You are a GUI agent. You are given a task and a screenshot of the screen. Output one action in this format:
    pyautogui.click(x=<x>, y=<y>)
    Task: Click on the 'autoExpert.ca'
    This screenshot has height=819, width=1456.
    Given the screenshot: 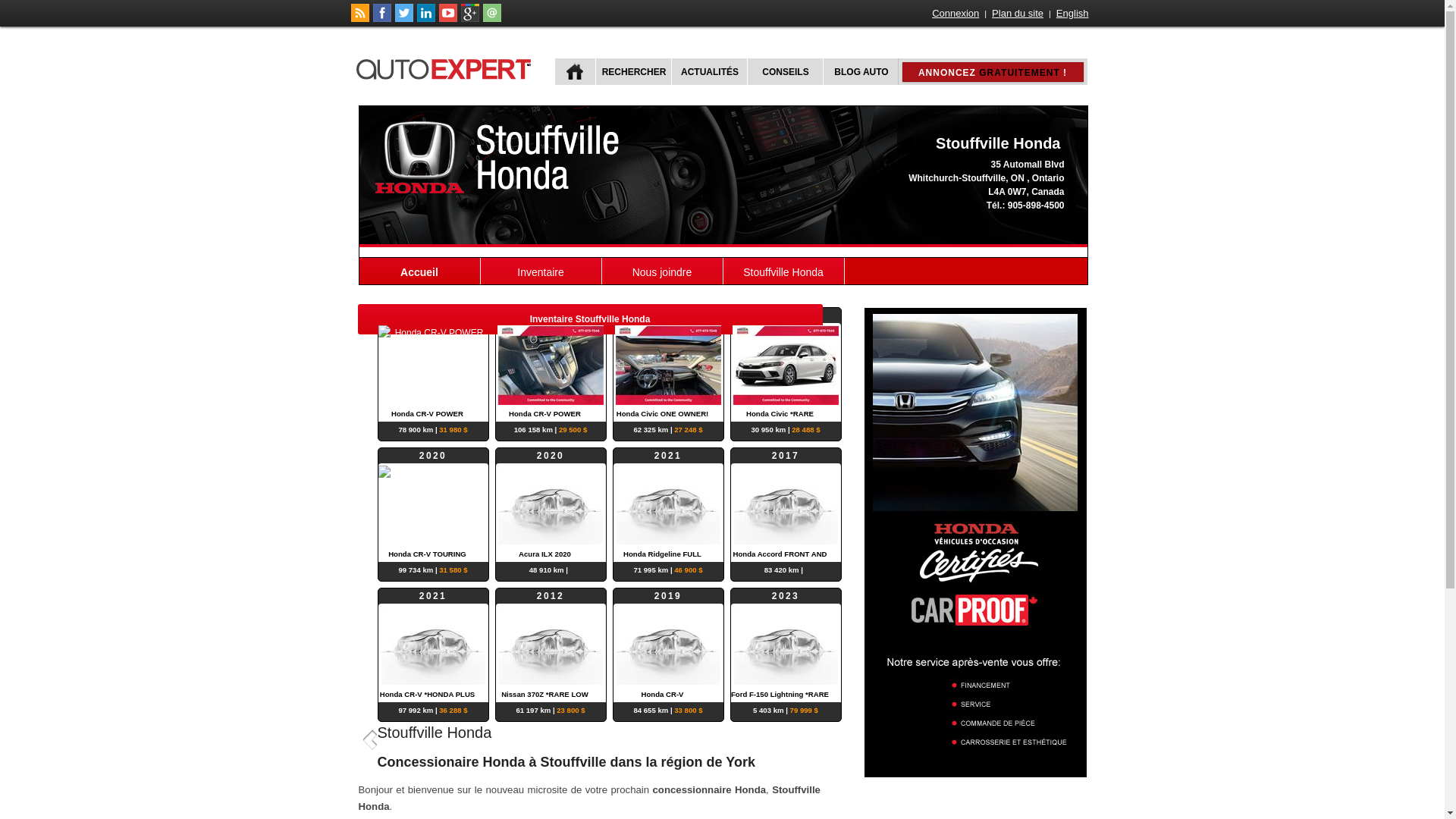 What is the action you would take?
    pyautogui.click(x=446, y=66)
    